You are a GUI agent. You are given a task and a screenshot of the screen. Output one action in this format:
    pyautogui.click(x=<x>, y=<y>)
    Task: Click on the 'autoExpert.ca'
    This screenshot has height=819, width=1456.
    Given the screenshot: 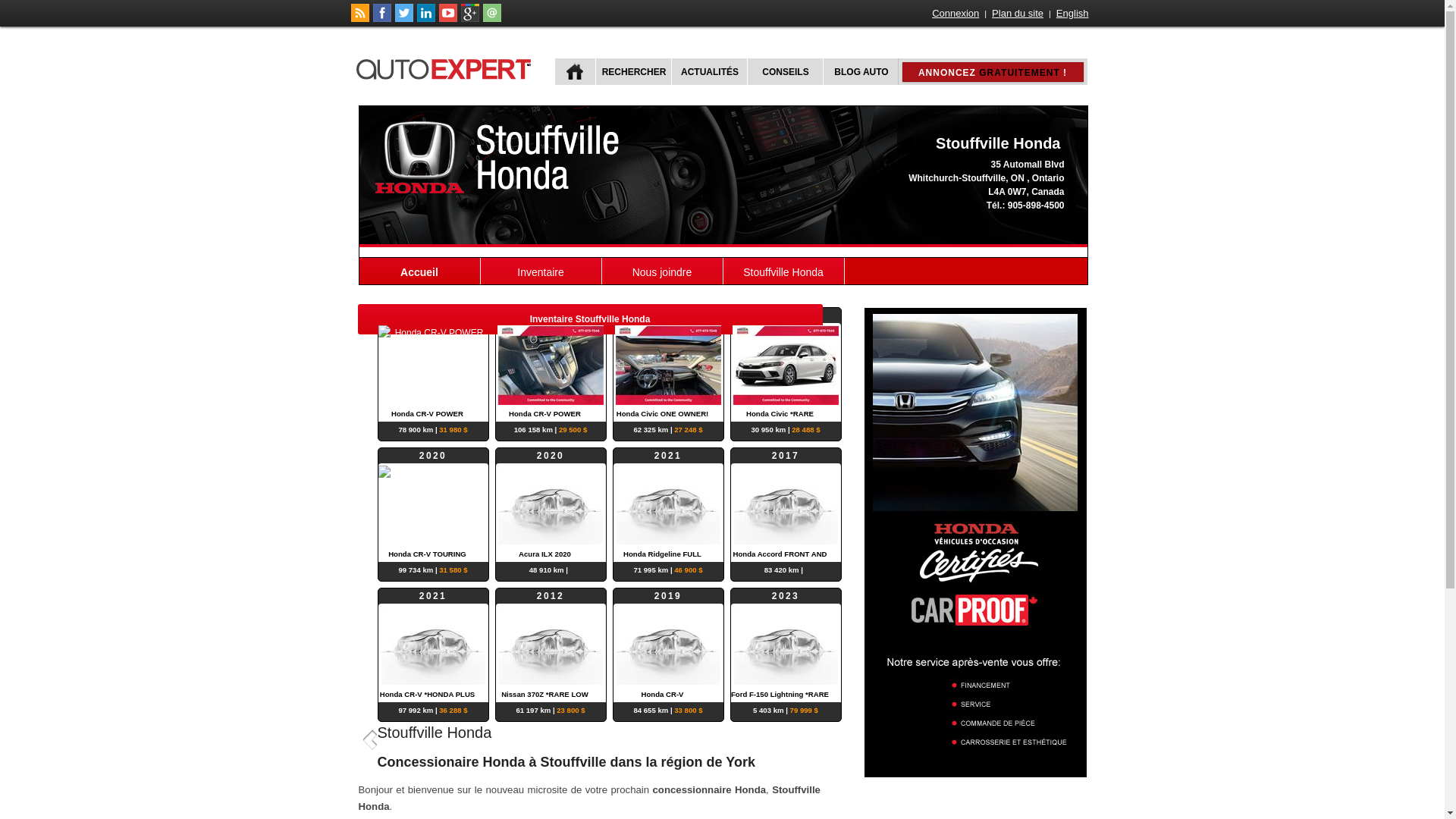 What is the action you would take?
    pyautogui.click(x=446, y=66)
    